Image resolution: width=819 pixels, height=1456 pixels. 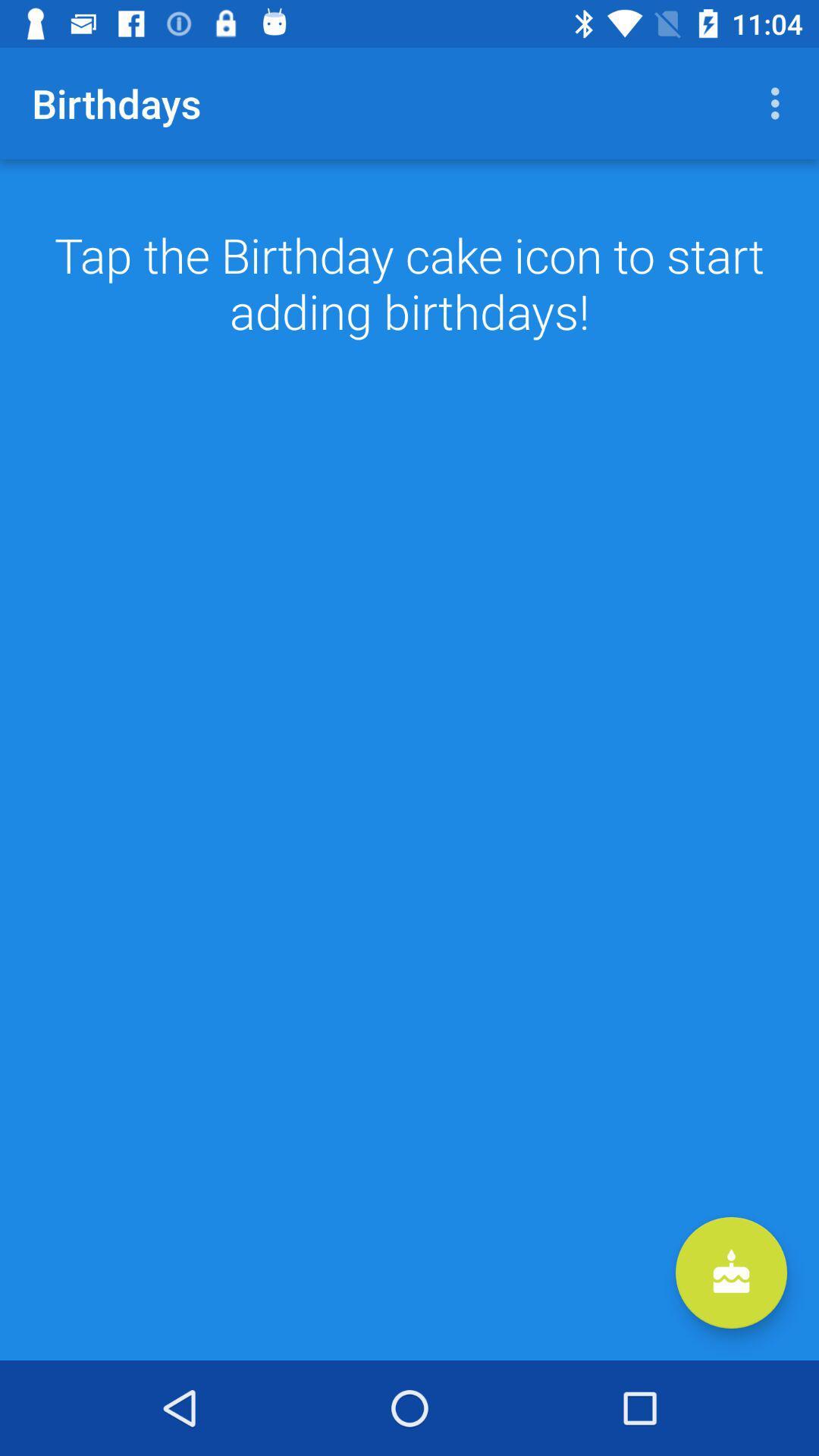 What do you see at coordinates (779, 102) in the screenshot?
I see `app next to the birthdays icon` at bounding box center [779, 102].